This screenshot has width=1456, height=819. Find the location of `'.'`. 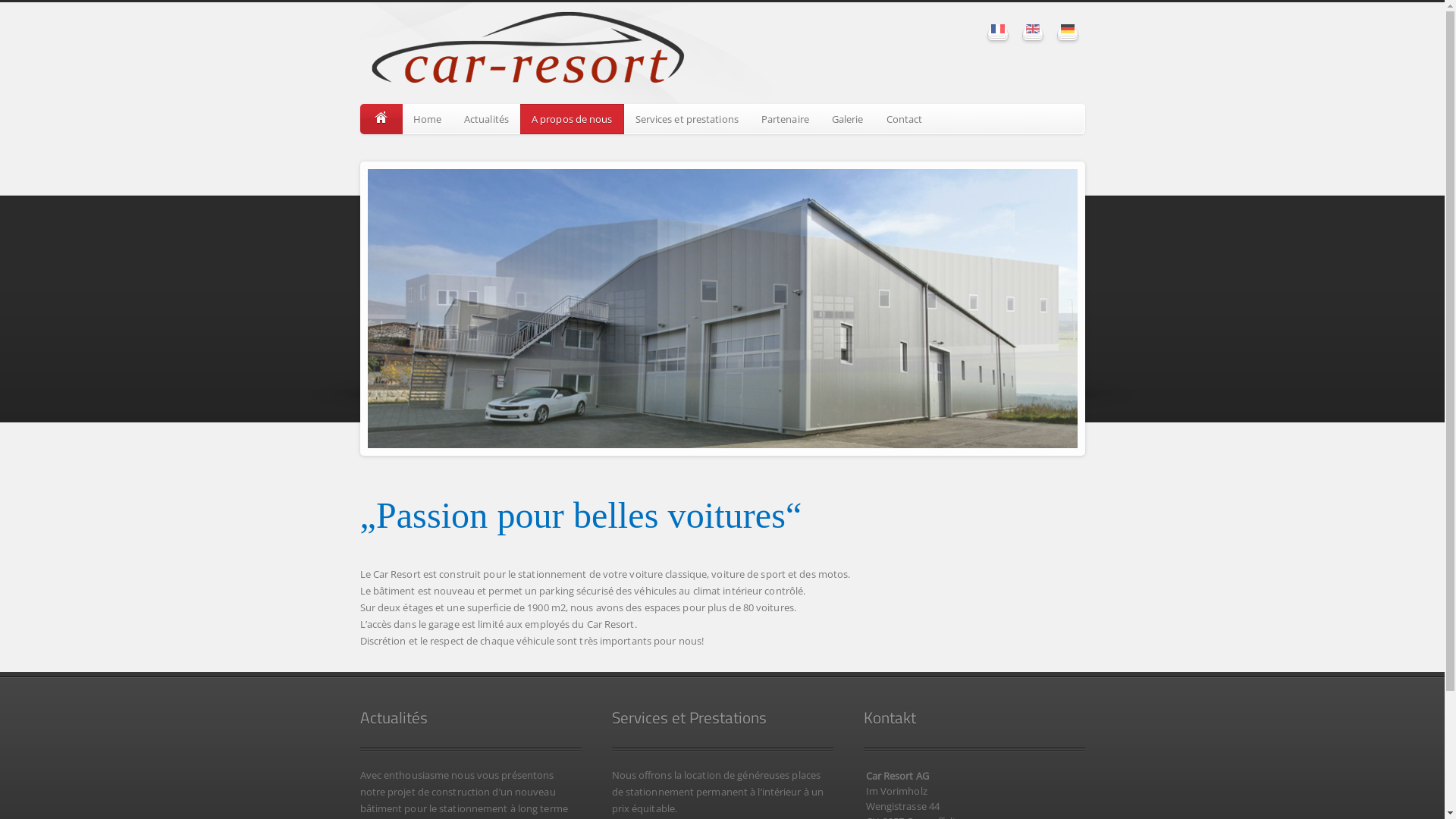

'.' is located at coordinates (381, 118).